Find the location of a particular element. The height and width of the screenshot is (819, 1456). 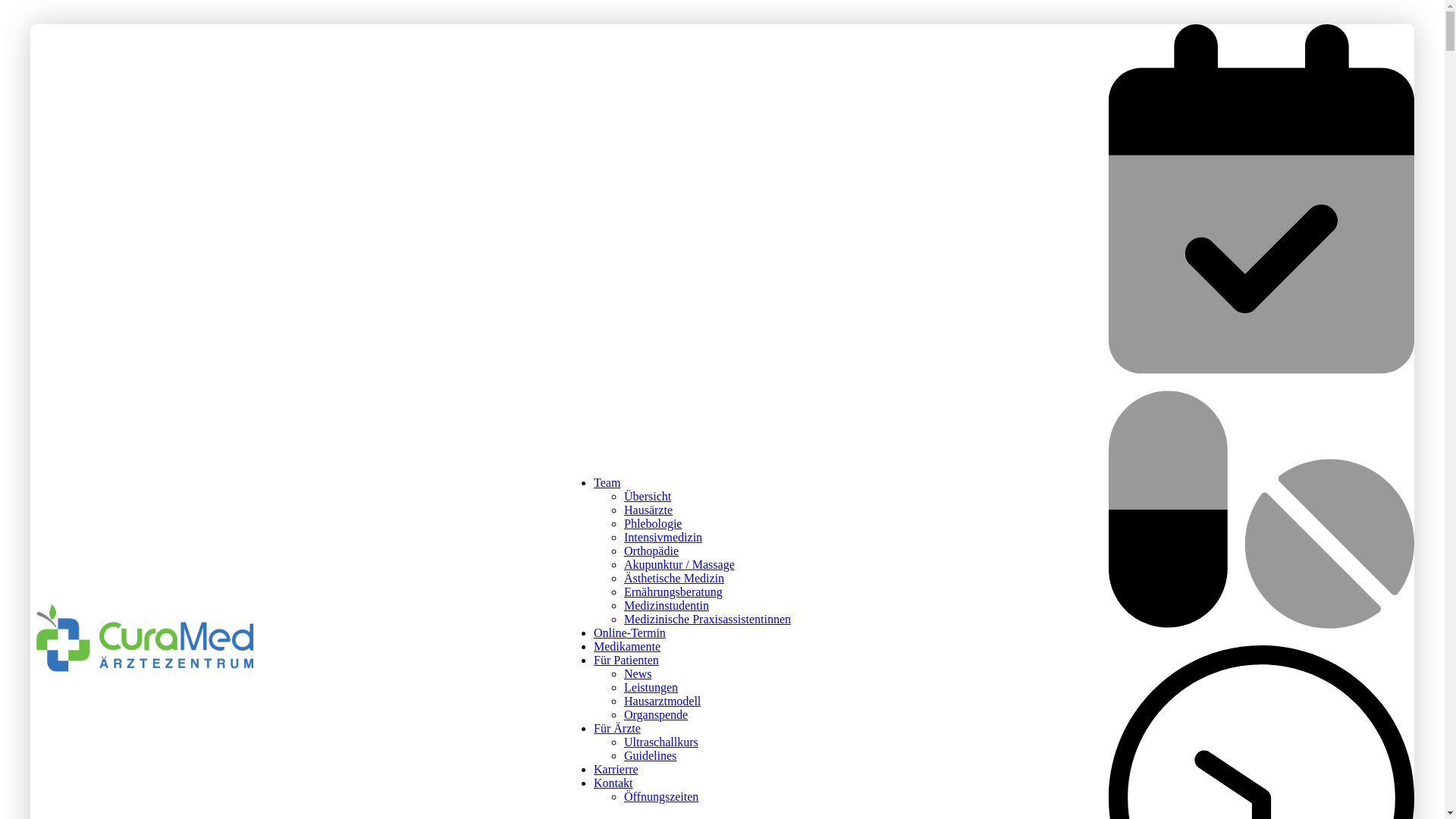

'Karrierre' is located at coordinates (592, 769).